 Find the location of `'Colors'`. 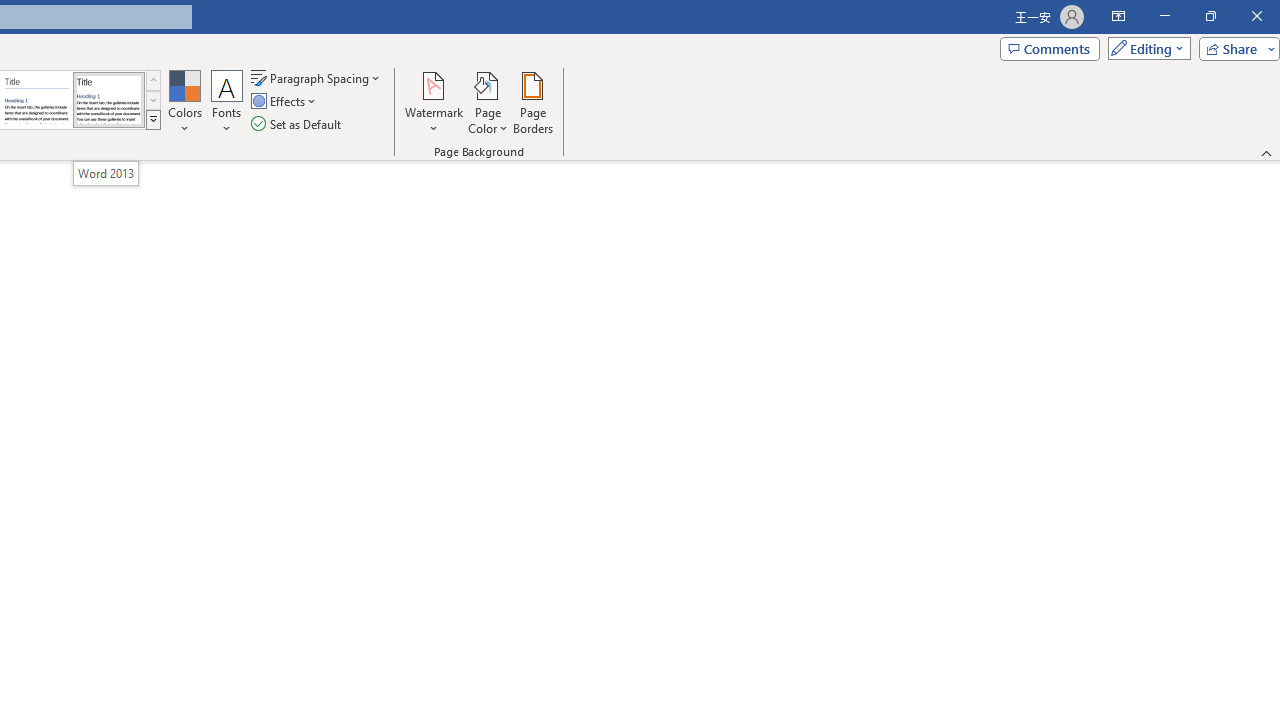

'Colors' is located at coordinates (184, 103).